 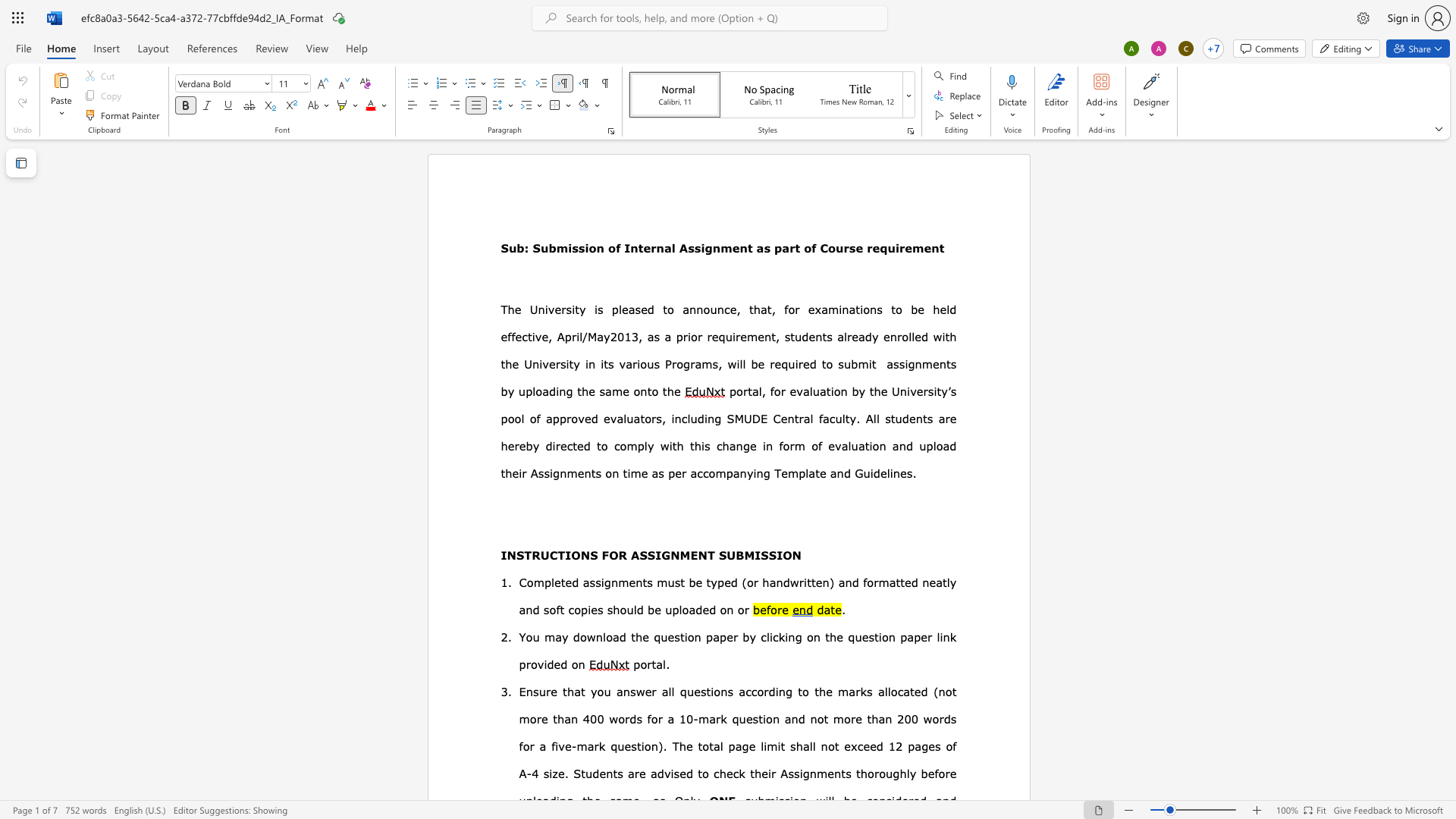 What do you see at coordinates (670, 691) in the screenshot?
I see `the space between the continuous character "l" and "l" in the text` at bounding box center [670, 691].